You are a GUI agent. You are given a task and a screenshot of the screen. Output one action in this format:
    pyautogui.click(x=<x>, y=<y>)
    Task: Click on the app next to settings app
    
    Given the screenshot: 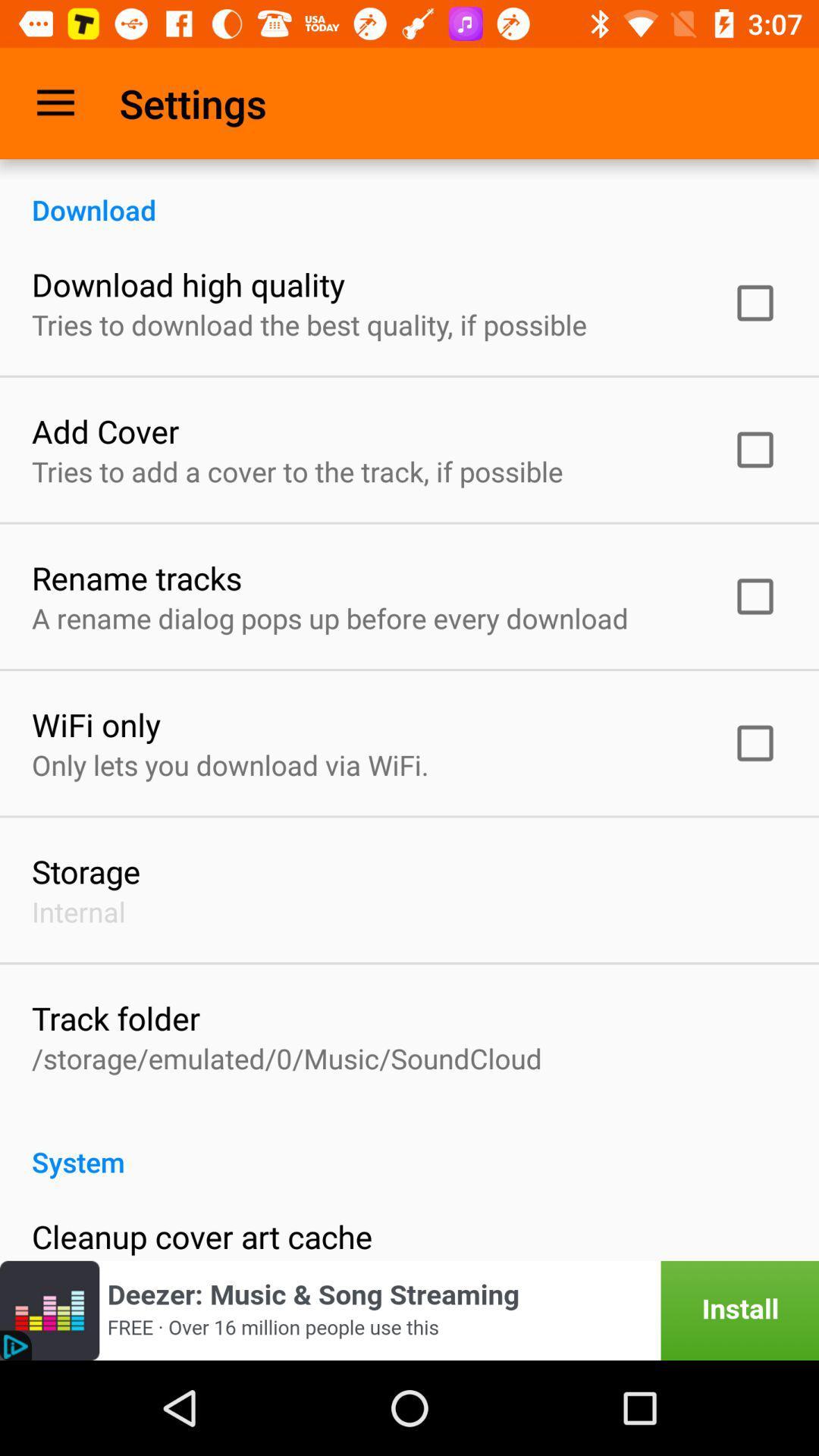 What is the action you would take?
    pyautogui.click(x=55, y=102)
    